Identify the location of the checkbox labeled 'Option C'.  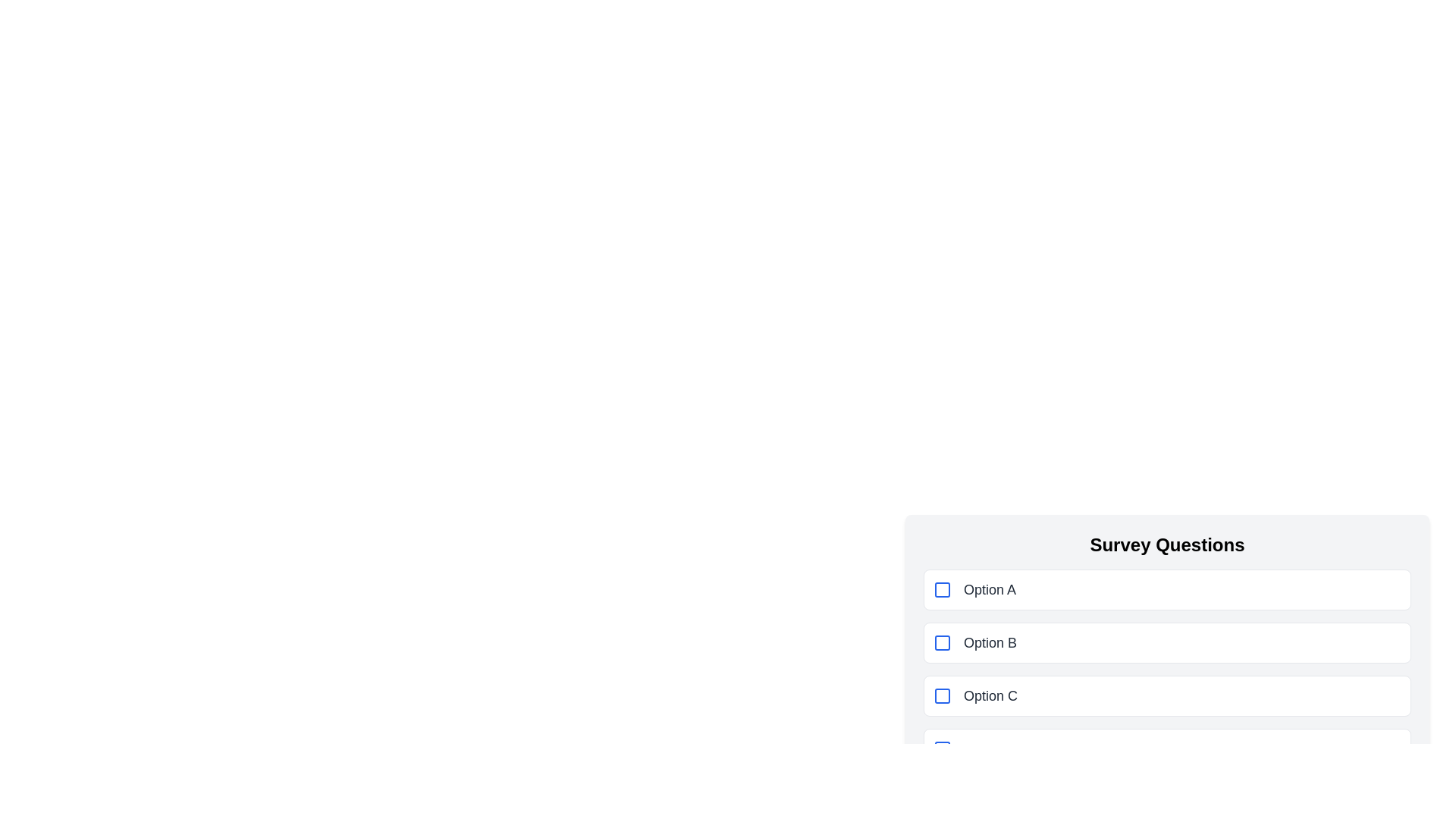
(1166, 696).